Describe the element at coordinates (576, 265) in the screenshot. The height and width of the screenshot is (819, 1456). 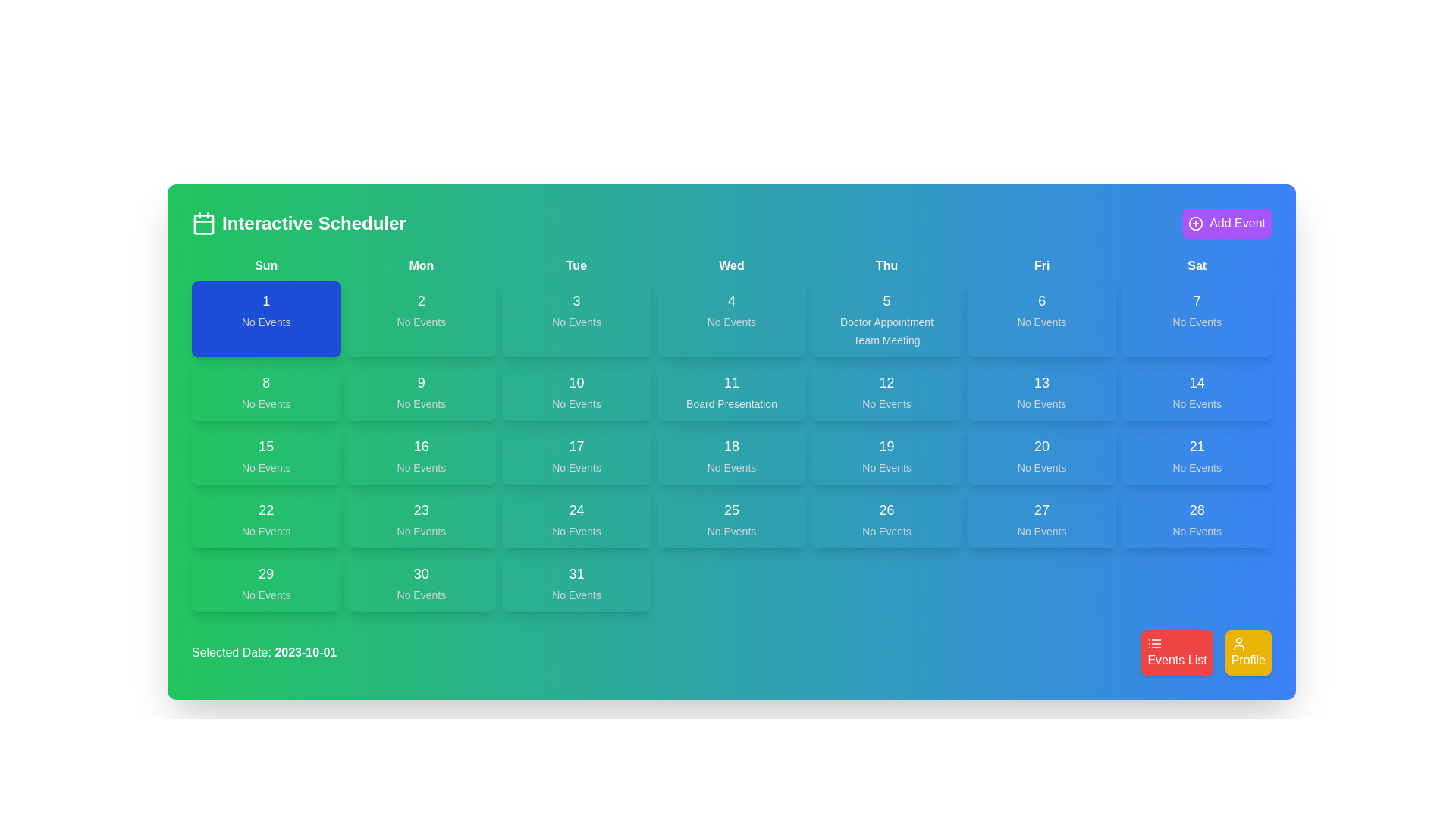
I see `the static text label indicating 'Tuesday' in the calendar header, positioned between 'Mon' and 'Wed'` at that location.